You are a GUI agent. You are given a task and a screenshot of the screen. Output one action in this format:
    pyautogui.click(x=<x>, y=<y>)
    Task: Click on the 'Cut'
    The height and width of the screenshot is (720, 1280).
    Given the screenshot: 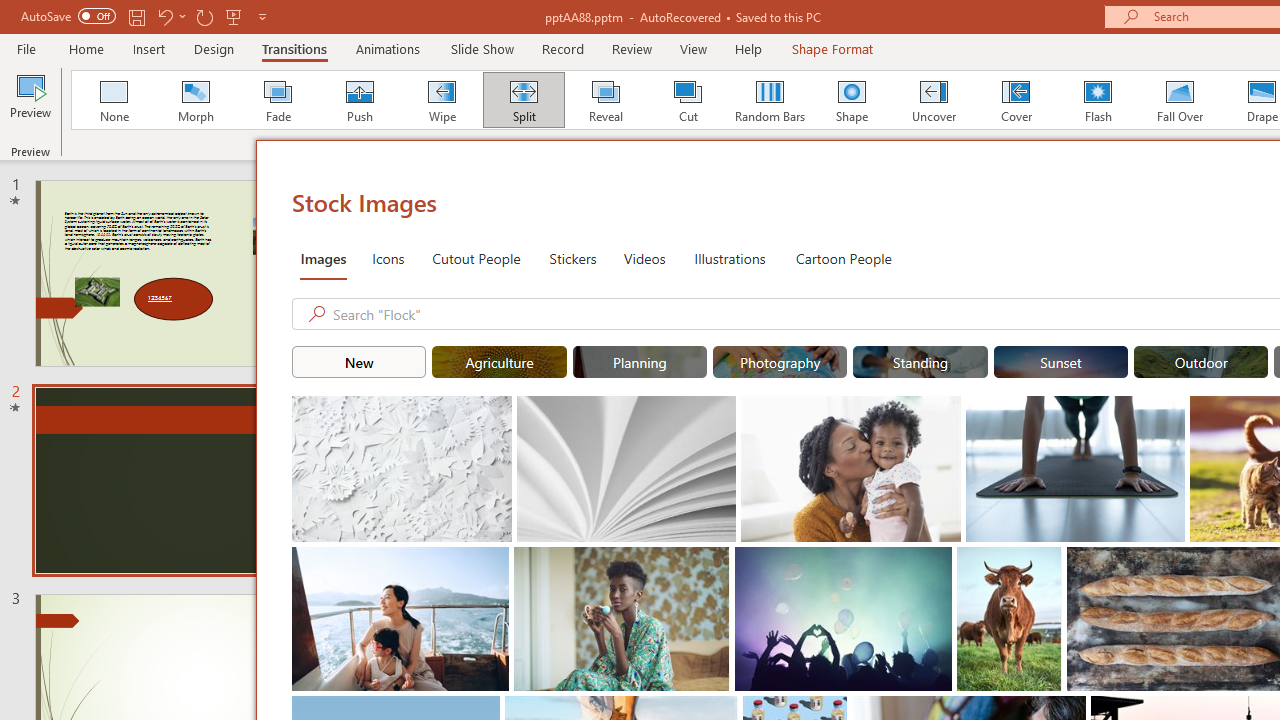 What is the action you would take?
    pyautogui.click(x=688, y=100)
    